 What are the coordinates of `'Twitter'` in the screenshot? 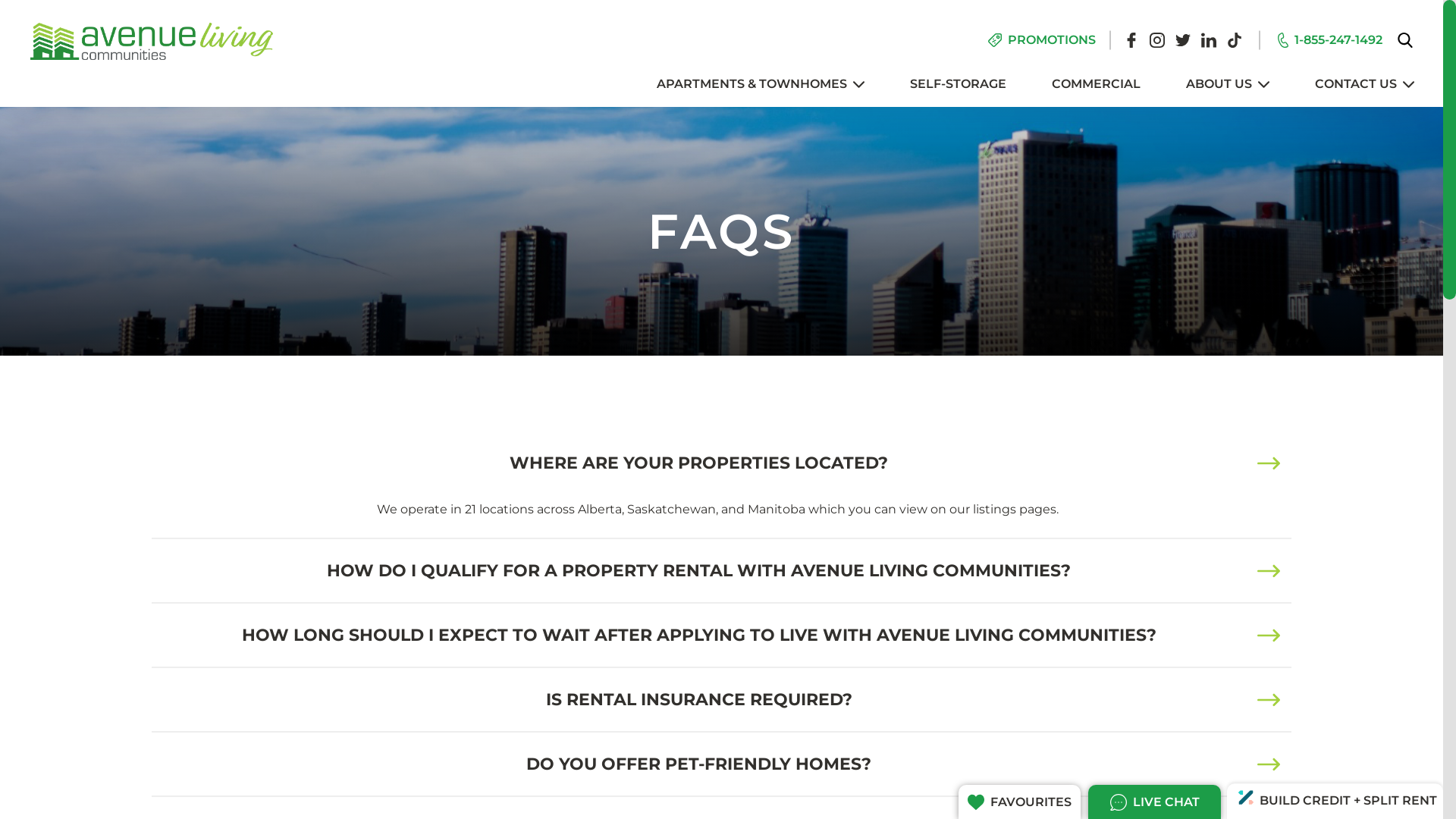 It's located at (1175, 39).